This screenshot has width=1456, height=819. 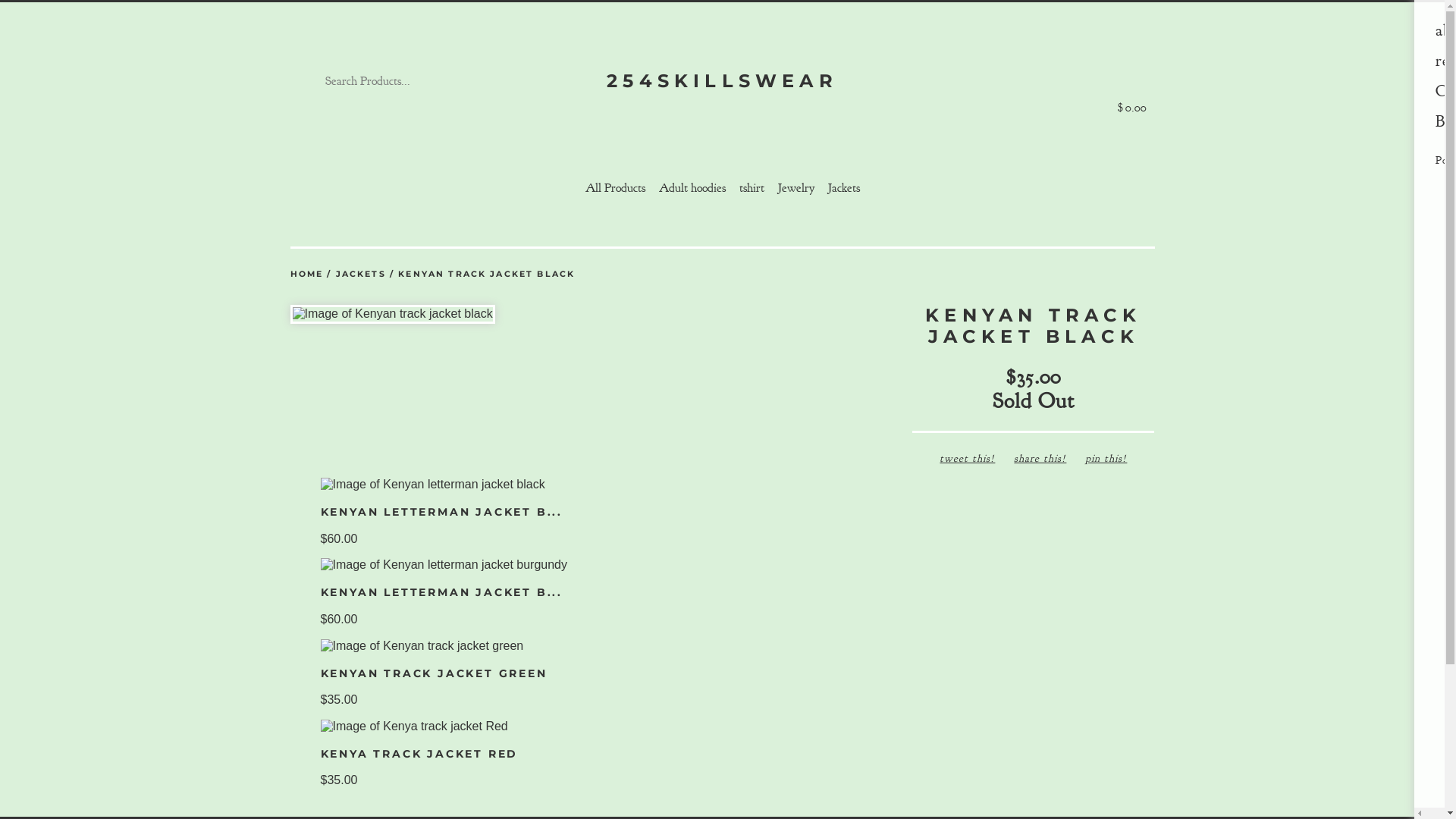 I want to click on 'Menu', so click(x=1405, y=42).